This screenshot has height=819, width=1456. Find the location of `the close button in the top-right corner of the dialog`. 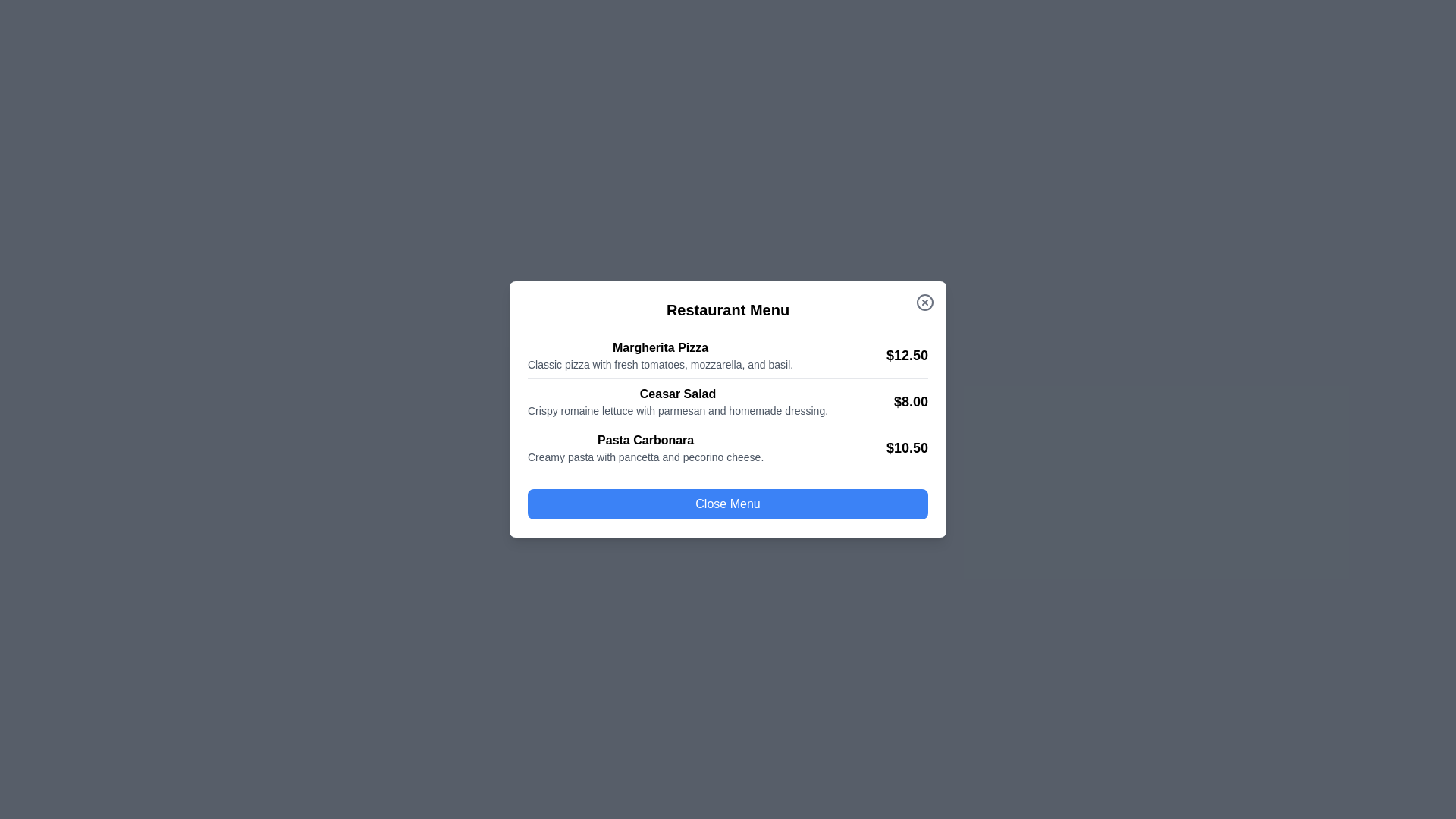

the close button in the top-right corner of the dialog is located at coordinates (924, 302).